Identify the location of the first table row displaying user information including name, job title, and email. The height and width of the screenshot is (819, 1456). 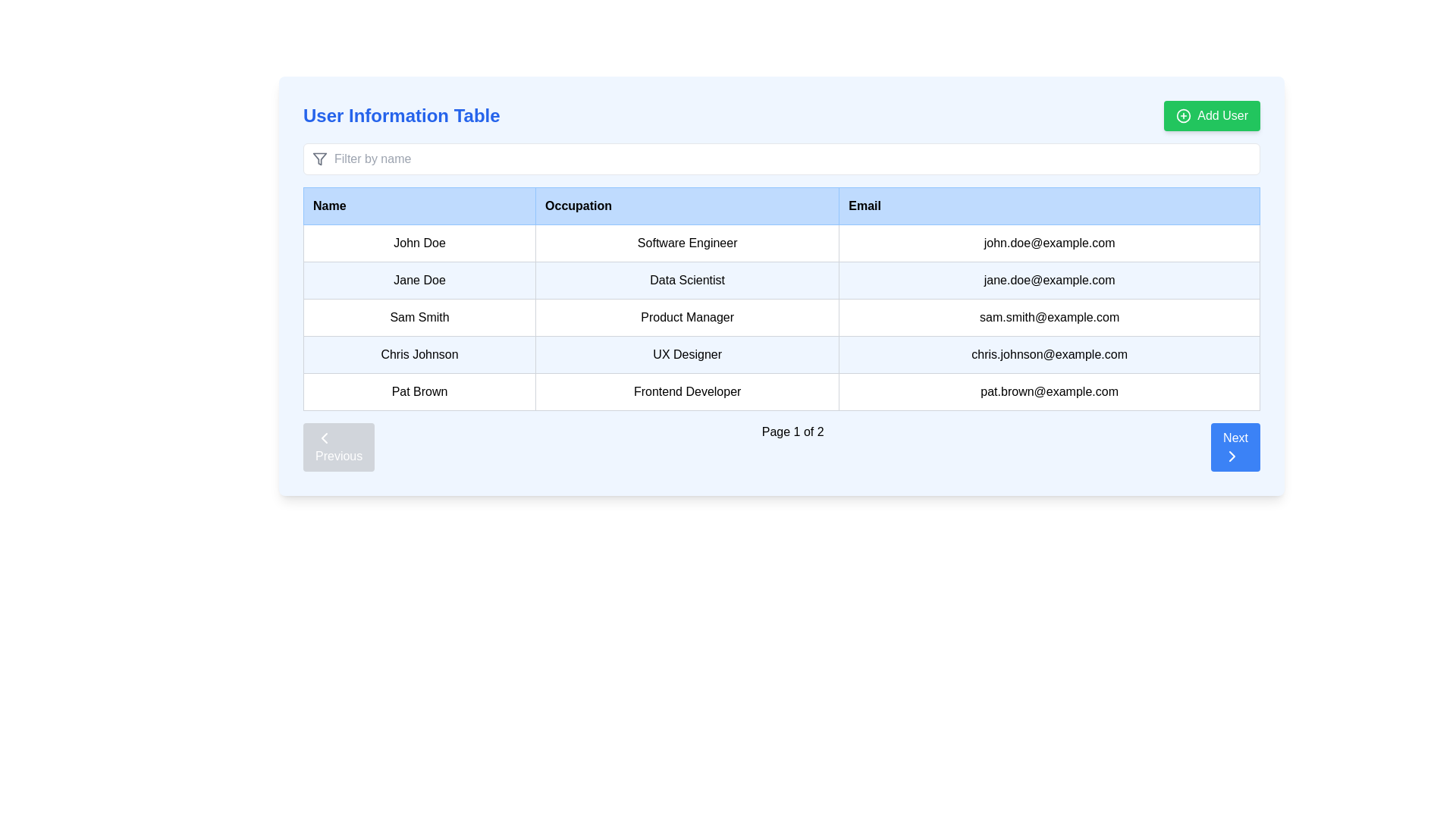
(782, 242).